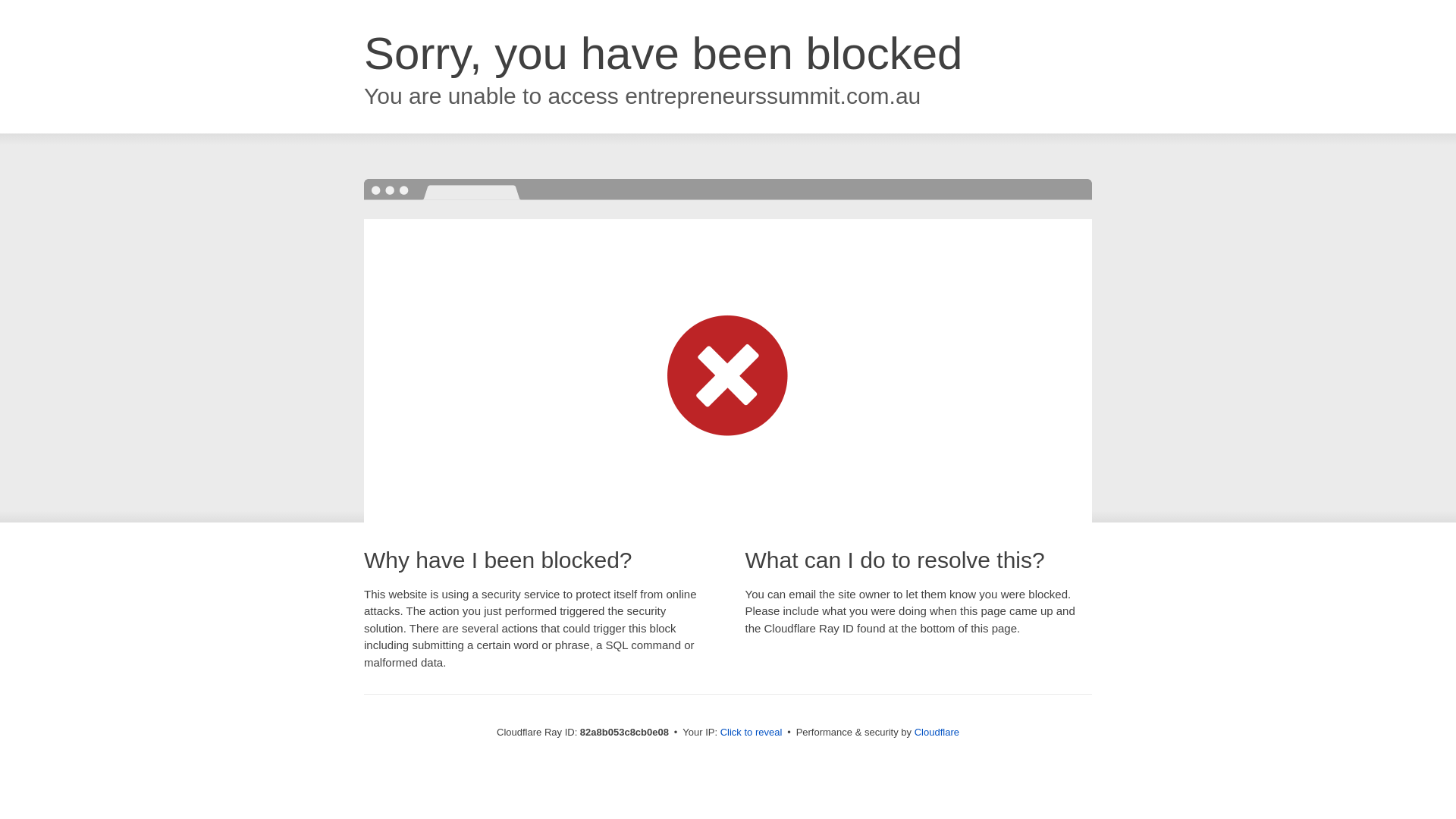 The width and height of the screenshot is (1456, 819). What do you see at coordinates (720, 731) in the screenshot?
I see `'Click to reveal'` at bounding box center [720, 731].